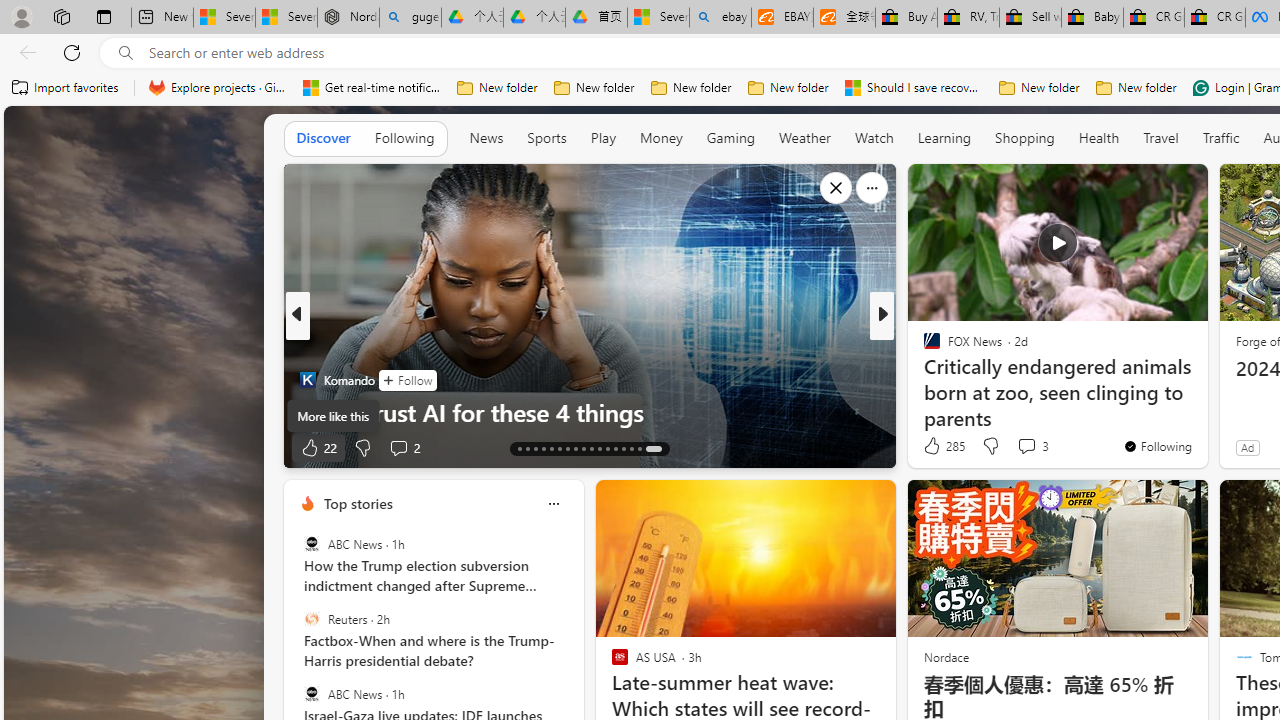 The image size is (1280, 720). Describe the element at coordinates (1220, 137) in the screenshot. I see `'Traffic'` at that location.